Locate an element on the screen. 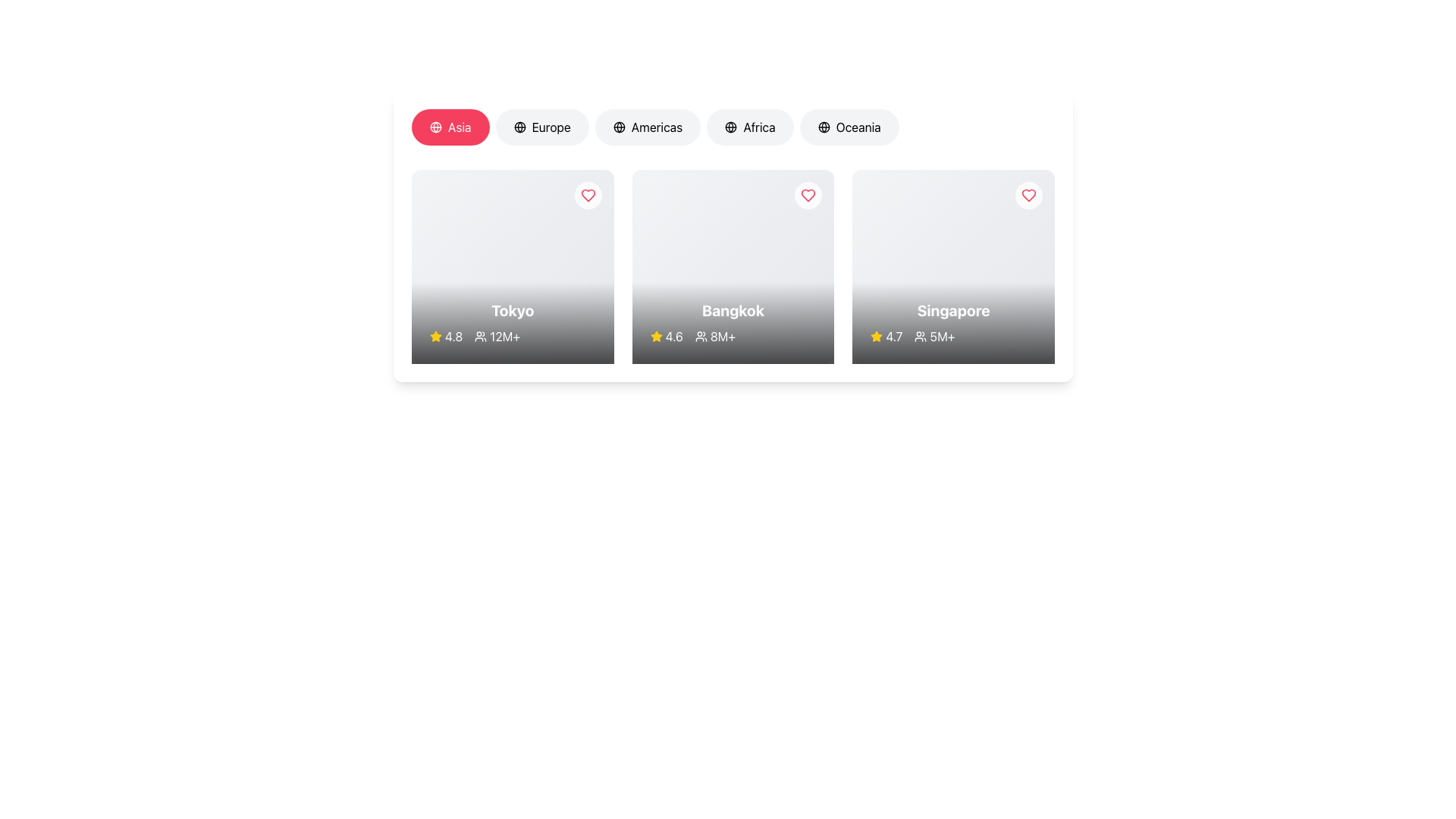 The width and height of the screenshot is (1456, 819). the 'Americas' button is located at coordinates (648, 127).